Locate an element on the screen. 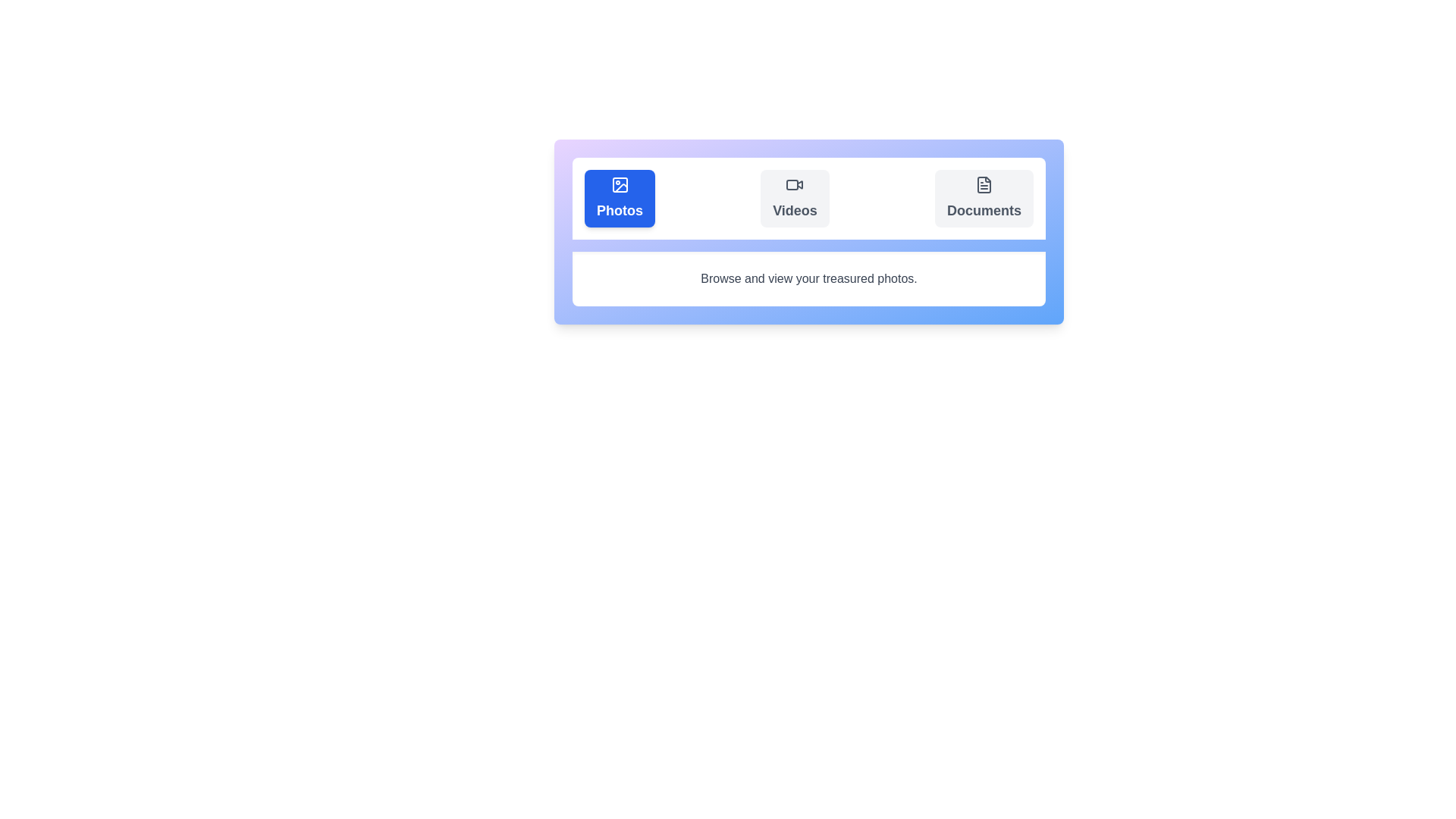  the play icon located centrally within the 'Videos' button, which is the second button in a row of three buttons at the top center of the interface is located at coordinates (799, 184).